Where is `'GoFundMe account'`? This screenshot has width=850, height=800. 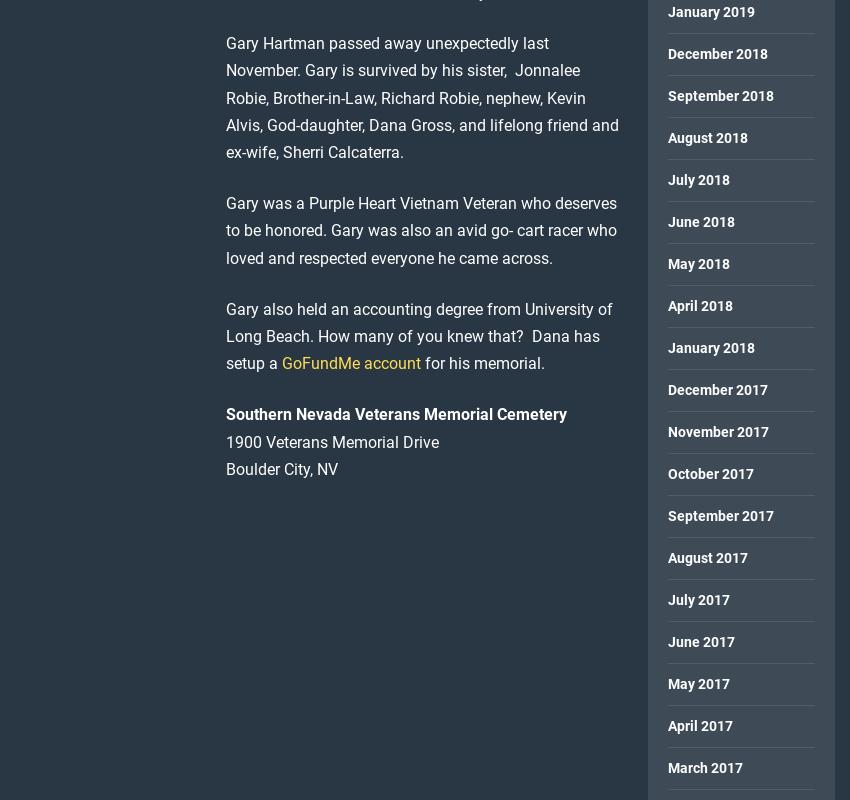 'GoFundMe account' is located at coordinates (350, 363).